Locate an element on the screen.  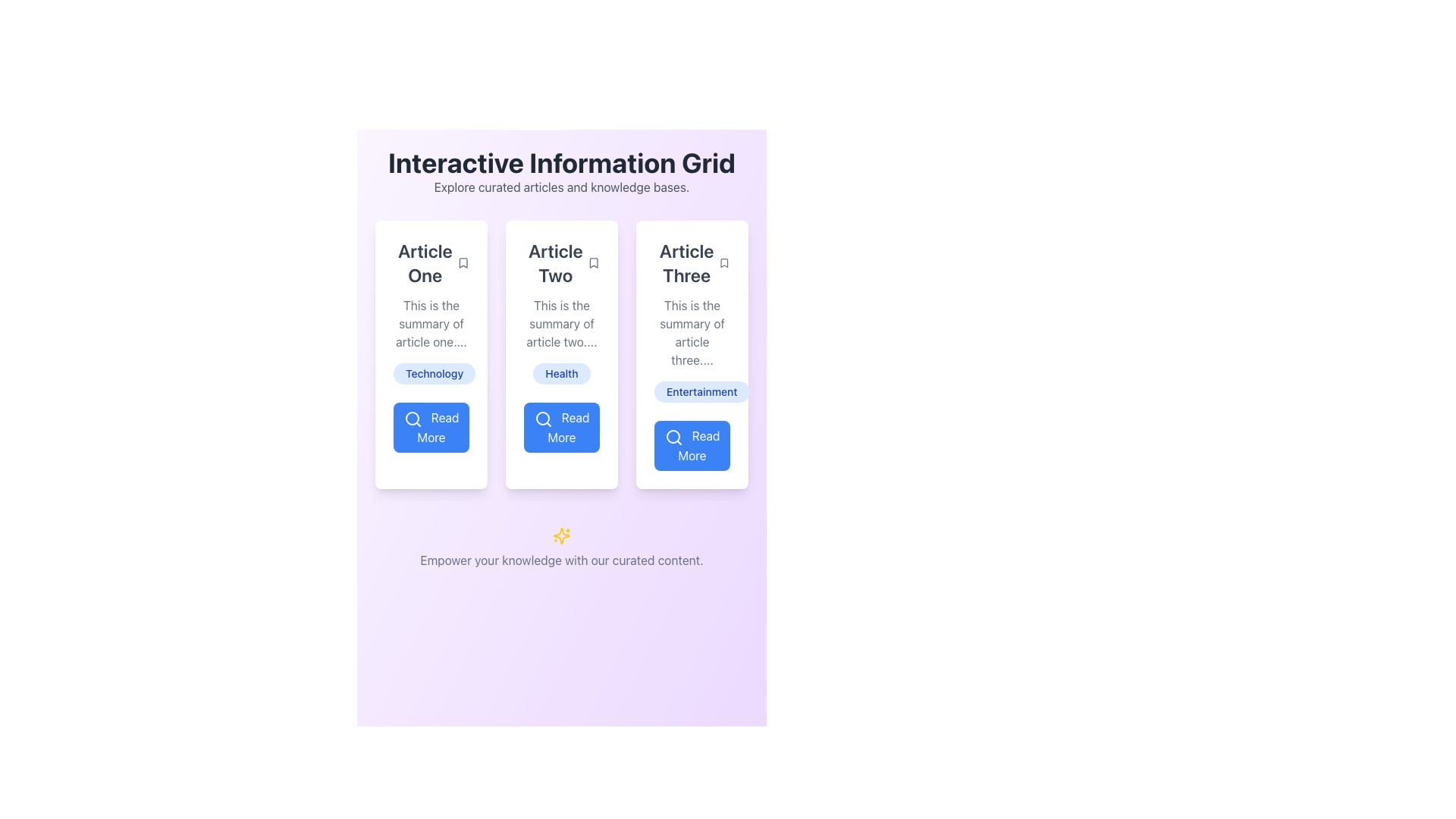
the rectangular blue button labeled 'Read More' with a magnifying glass icon, located beneath the 'Article Two' section, to change its appearance is located at coordinates (560, 427).